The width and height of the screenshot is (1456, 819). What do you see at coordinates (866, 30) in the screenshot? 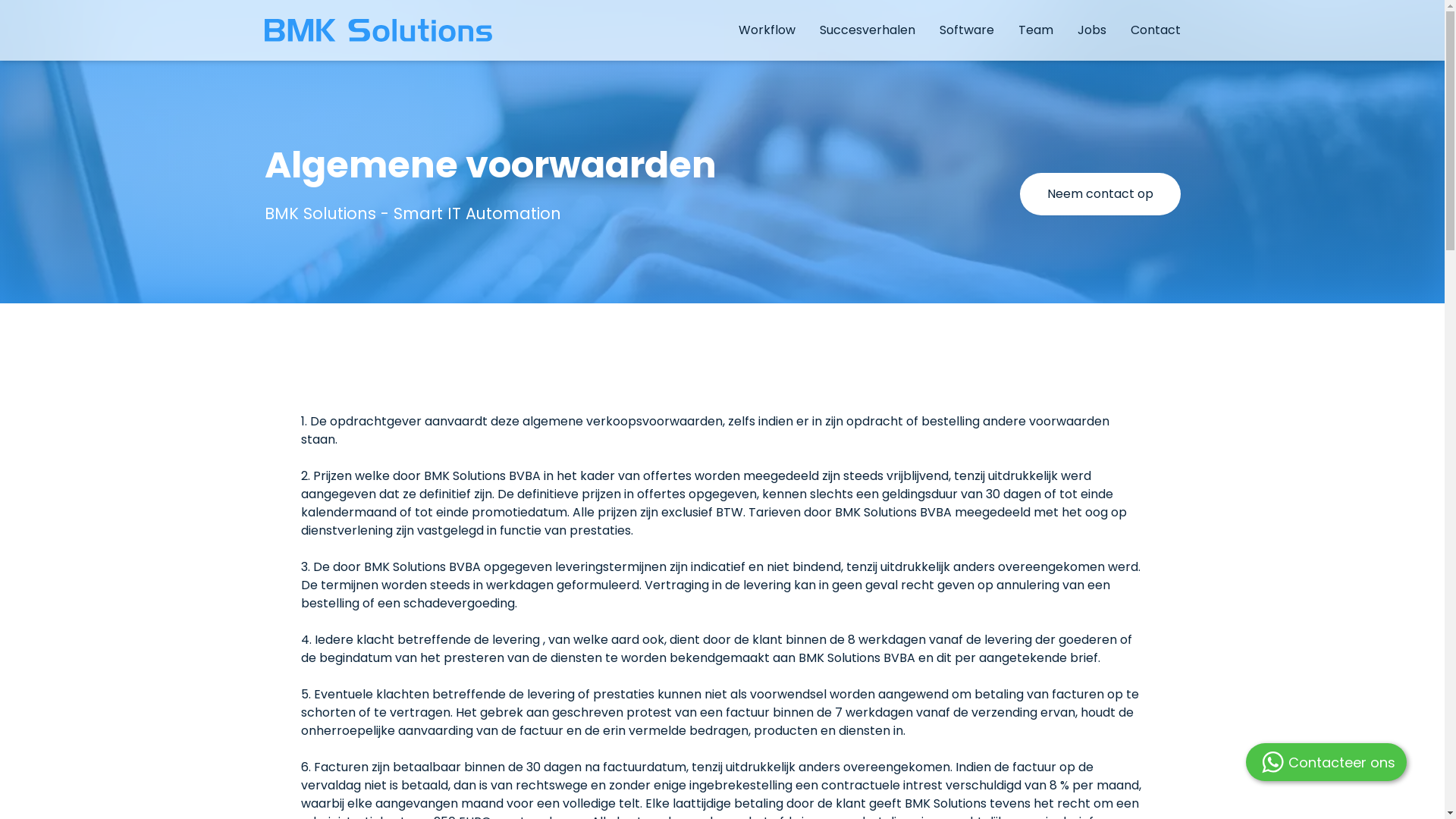
I see `'Succesverhalen'` at bounding box center [866, 30].